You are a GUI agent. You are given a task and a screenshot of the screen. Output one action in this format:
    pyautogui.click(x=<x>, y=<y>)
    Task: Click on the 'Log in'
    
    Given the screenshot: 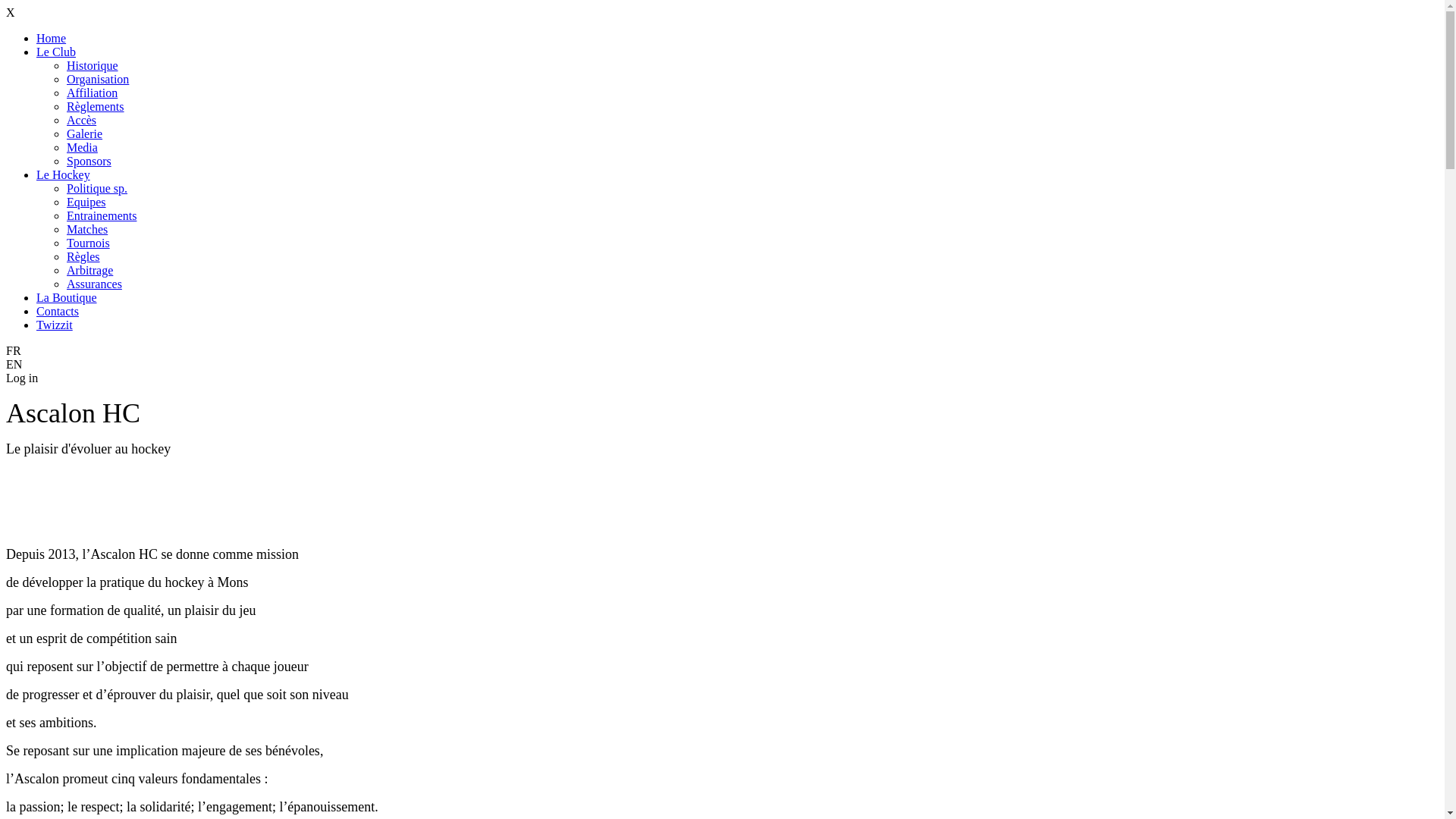 What is the action you would take?
    pyautogui.click(x=21, y=377)
    